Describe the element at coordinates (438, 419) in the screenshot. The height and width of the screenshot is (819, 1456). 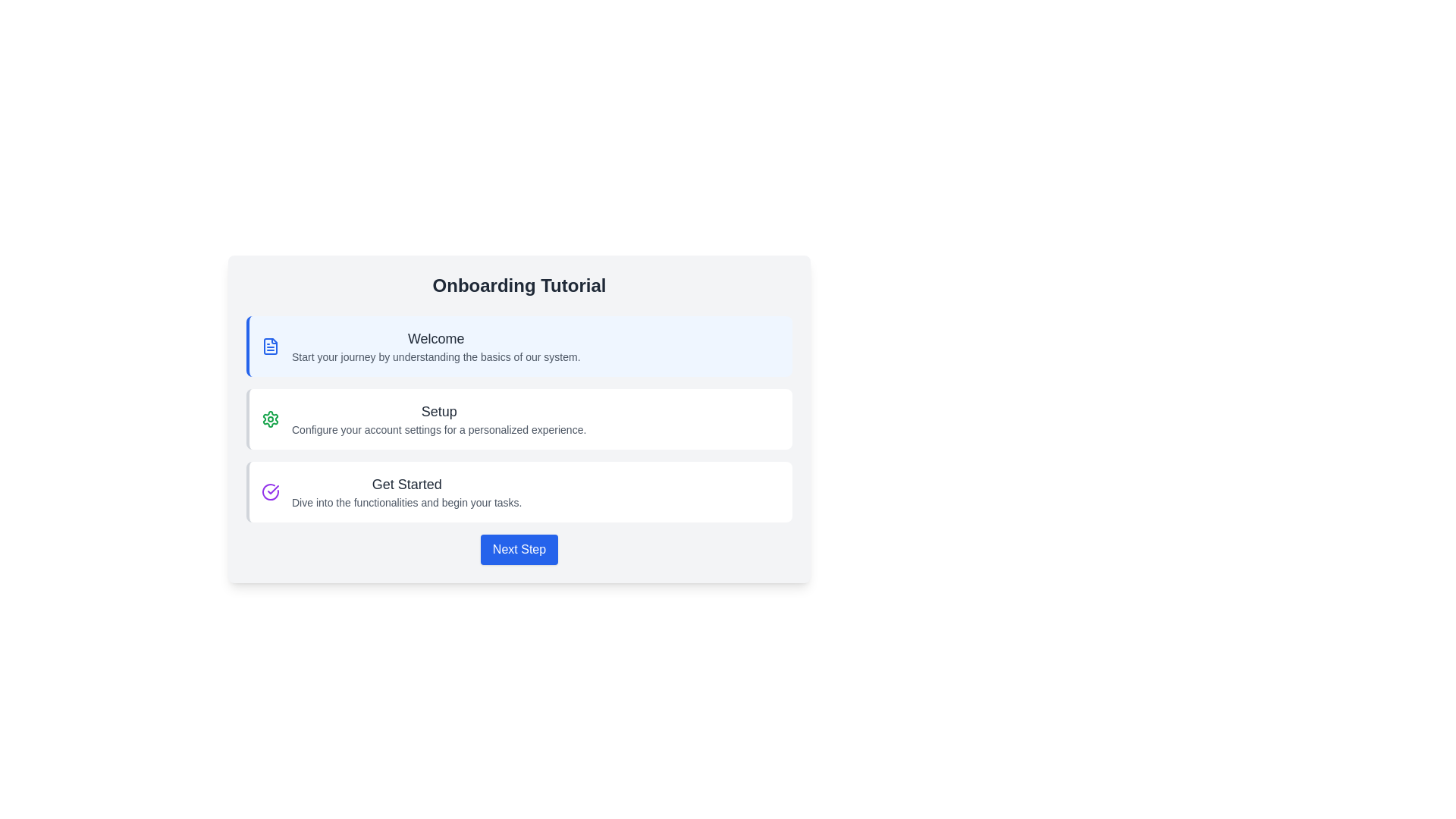
I see `descriptive Text block about configuring account settings for personalization located in the second section of the 'Onboarding Tutorial' interface, positioned between 'Welcome' and 'Get Started'` at that location.